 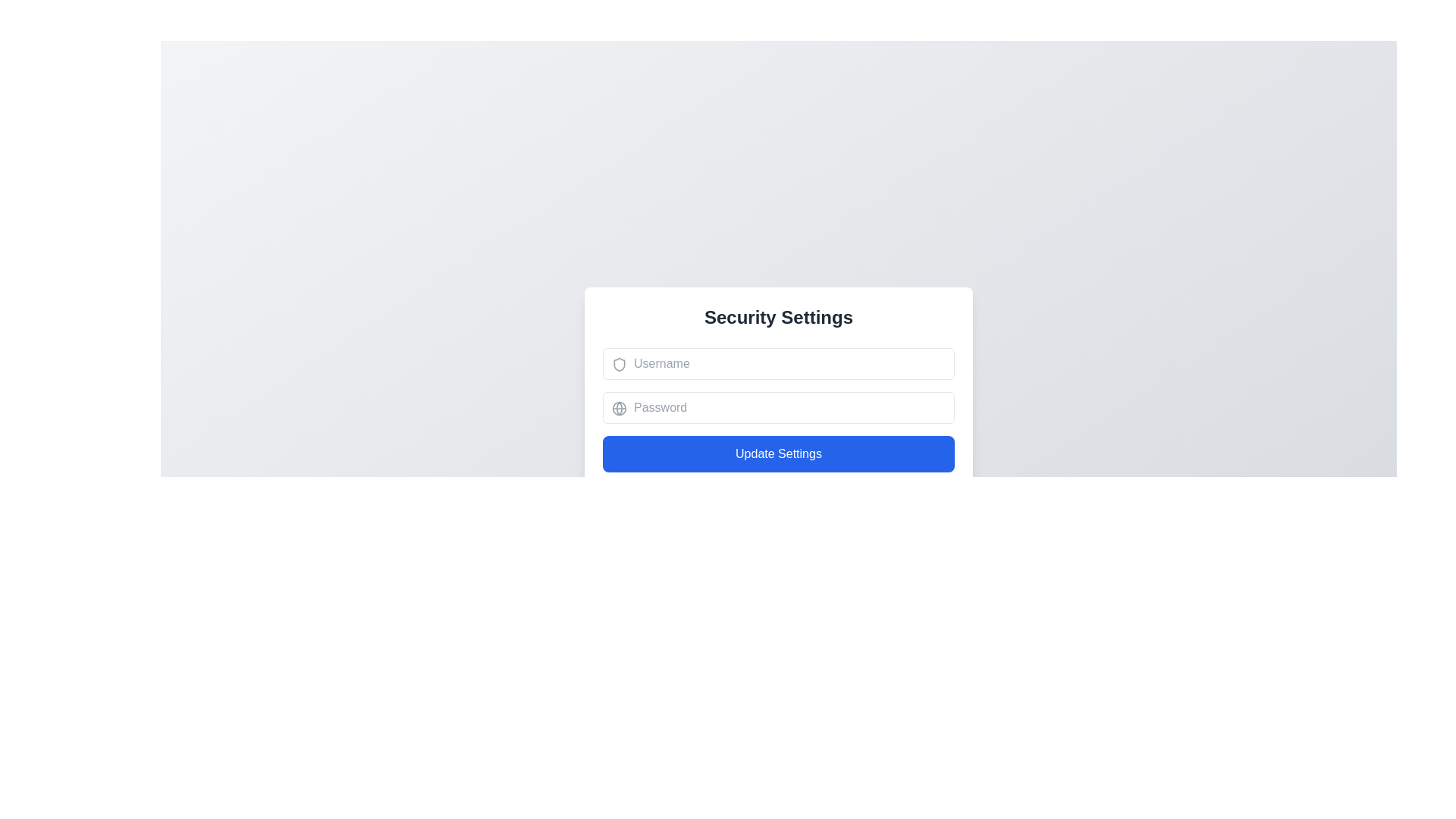 What do you see at coordinates (779, 362) in the screenshot?
I see `the 'Username' input field in the 'Security Settings' modal to focus on it` at bounding box center [779, 362].